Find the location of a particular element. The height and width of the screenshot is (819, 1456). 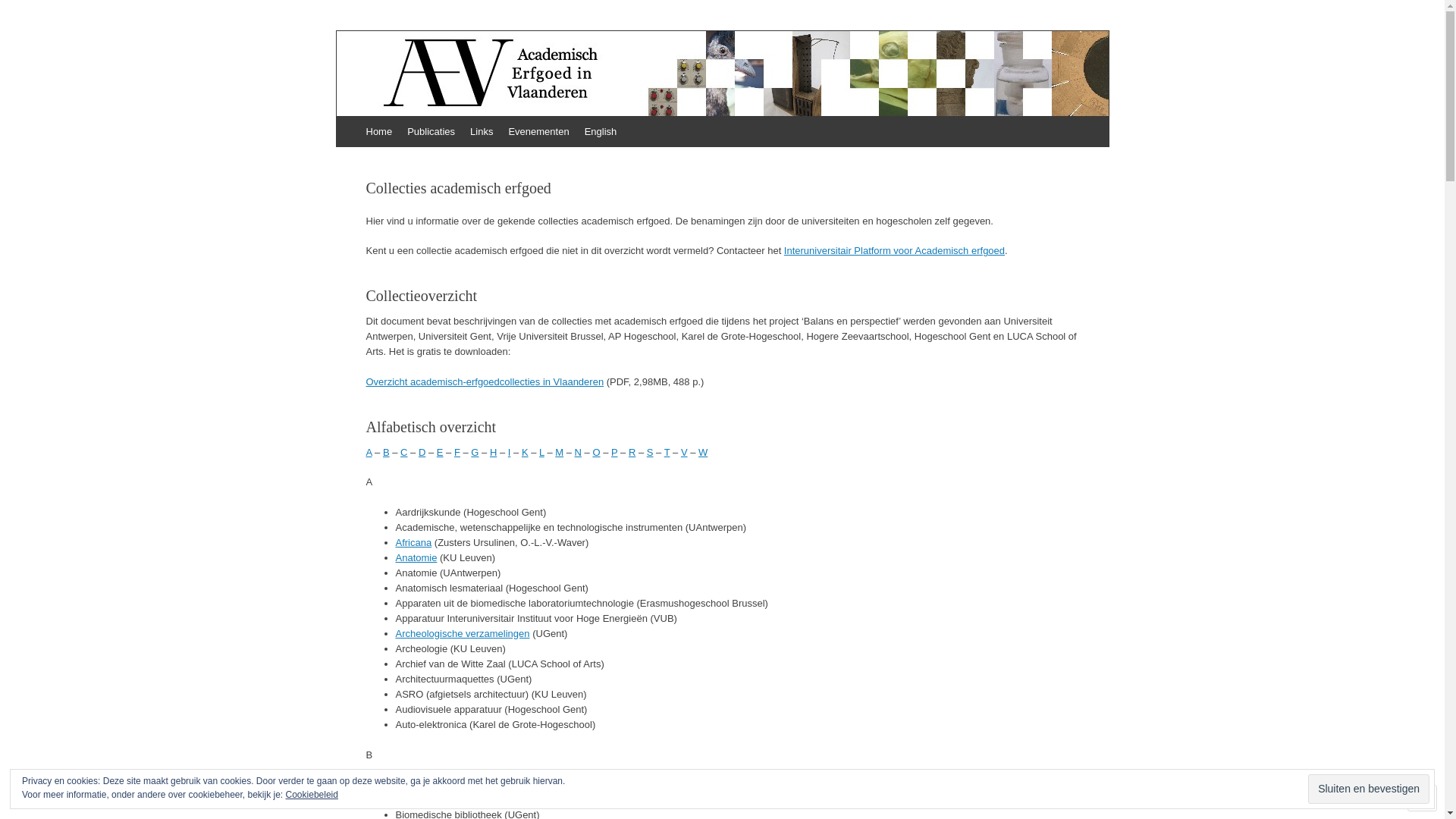

'C' is located at coordinates (403, 450).